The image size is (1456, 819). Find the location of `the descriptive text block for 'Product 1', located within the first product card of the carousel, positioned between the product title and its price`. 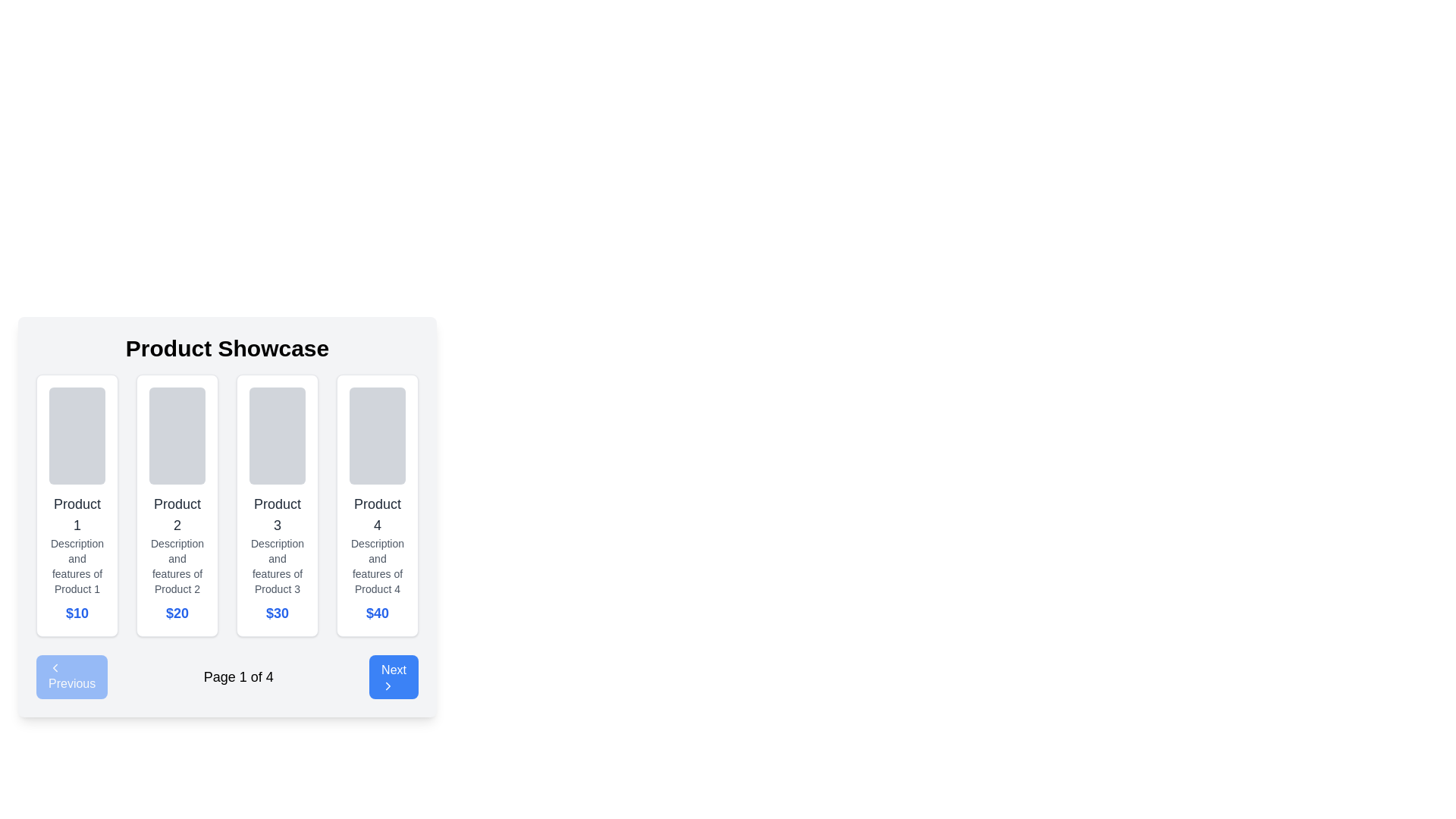

the descriptive text block for 'Product 1', located within the first product card of the carousel, positioned between the product title and its price is located at coordinates (76, 566).